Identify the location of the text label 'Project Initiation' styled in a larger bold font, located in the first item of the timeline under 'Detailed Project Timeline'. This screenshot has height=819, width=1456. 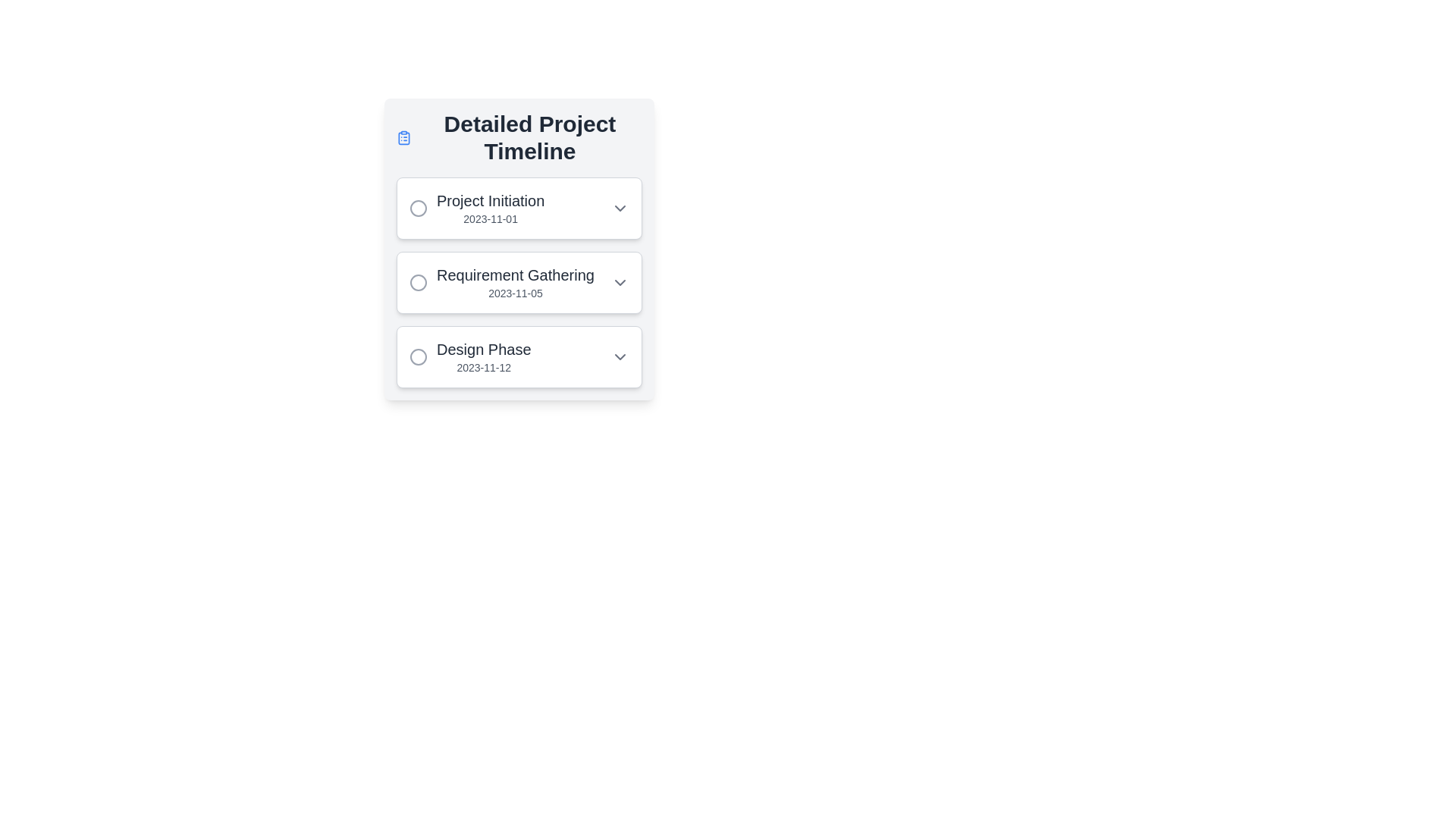
(491, 200).